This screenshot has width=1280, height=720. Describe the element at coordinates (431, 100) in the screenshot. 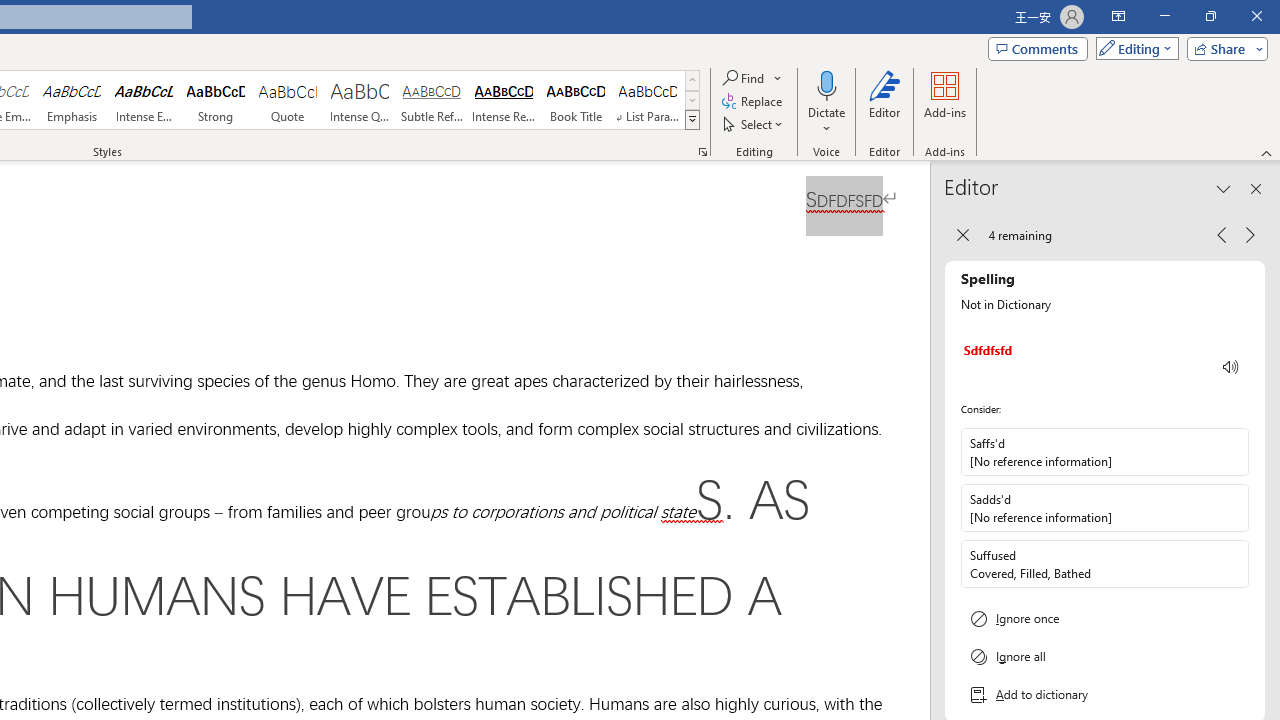

I see `'Subtle Reference'` at that location.